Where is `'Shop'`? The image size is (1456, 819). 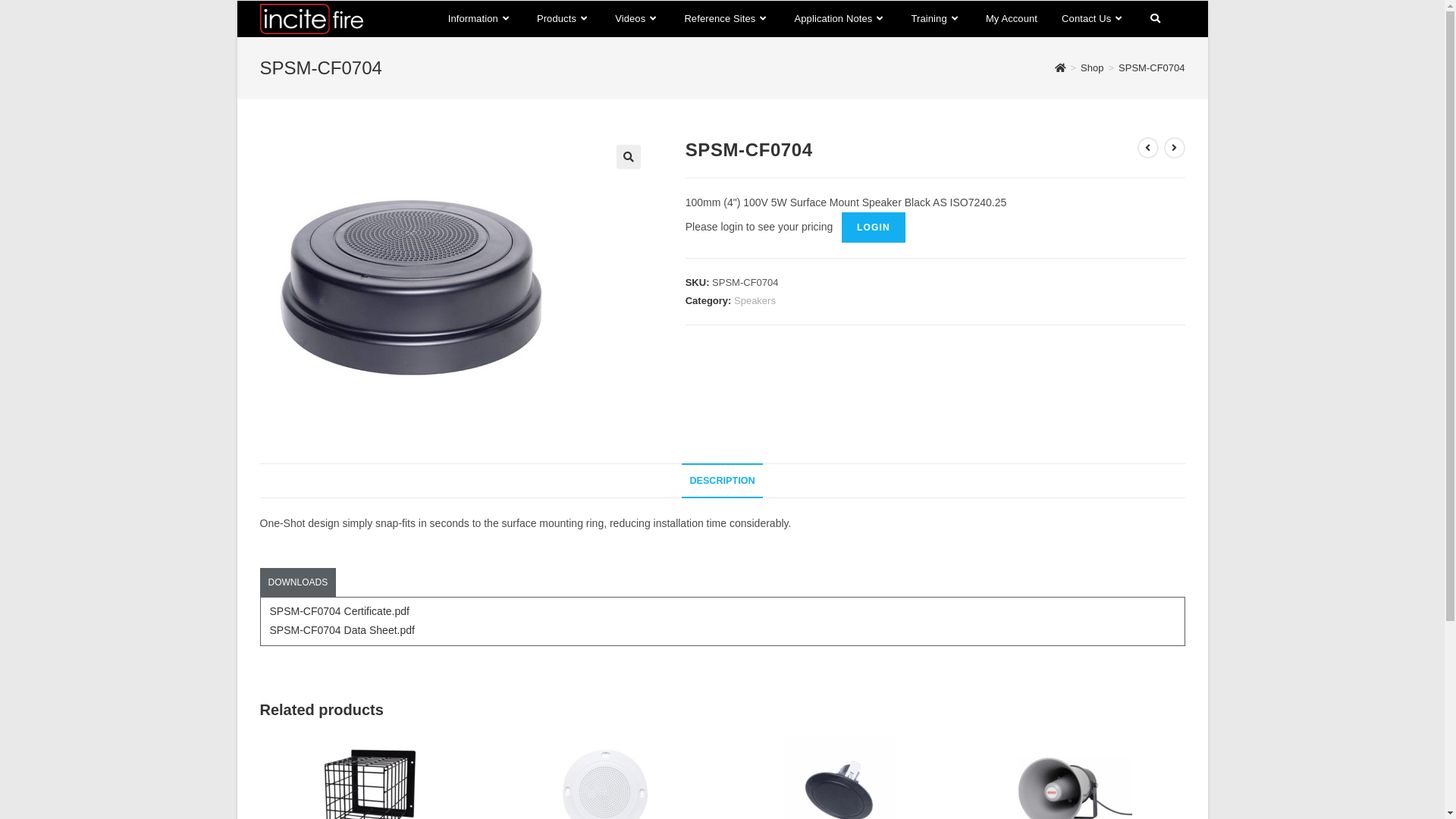
'Shop' is located at coordinates (1092, 67).